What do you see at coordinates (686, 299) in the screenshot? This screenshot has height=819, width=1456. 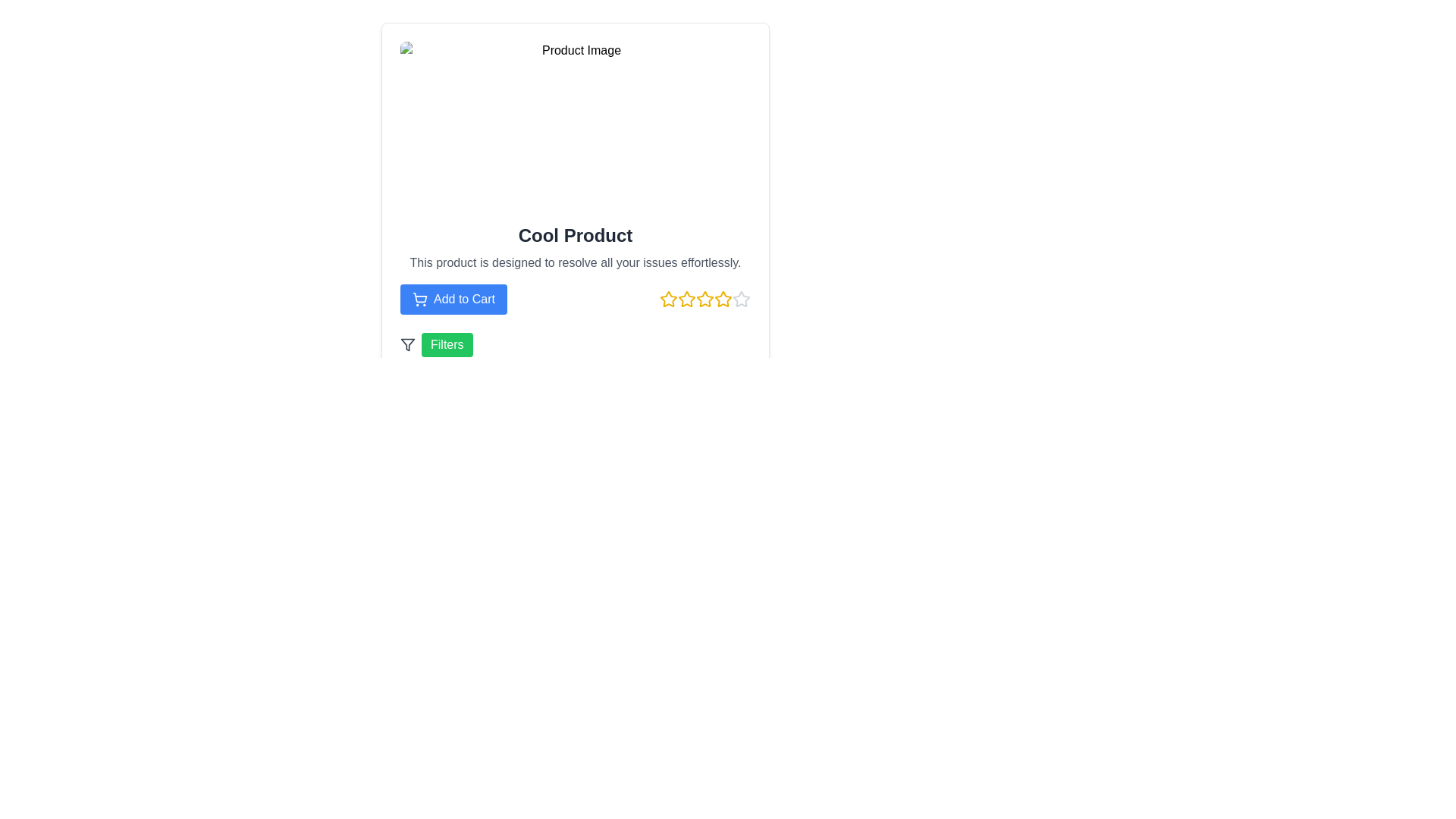 I see `the second star in the horizontal row of five rating stars using keyboard navigation` at bounding box center [686, 299].